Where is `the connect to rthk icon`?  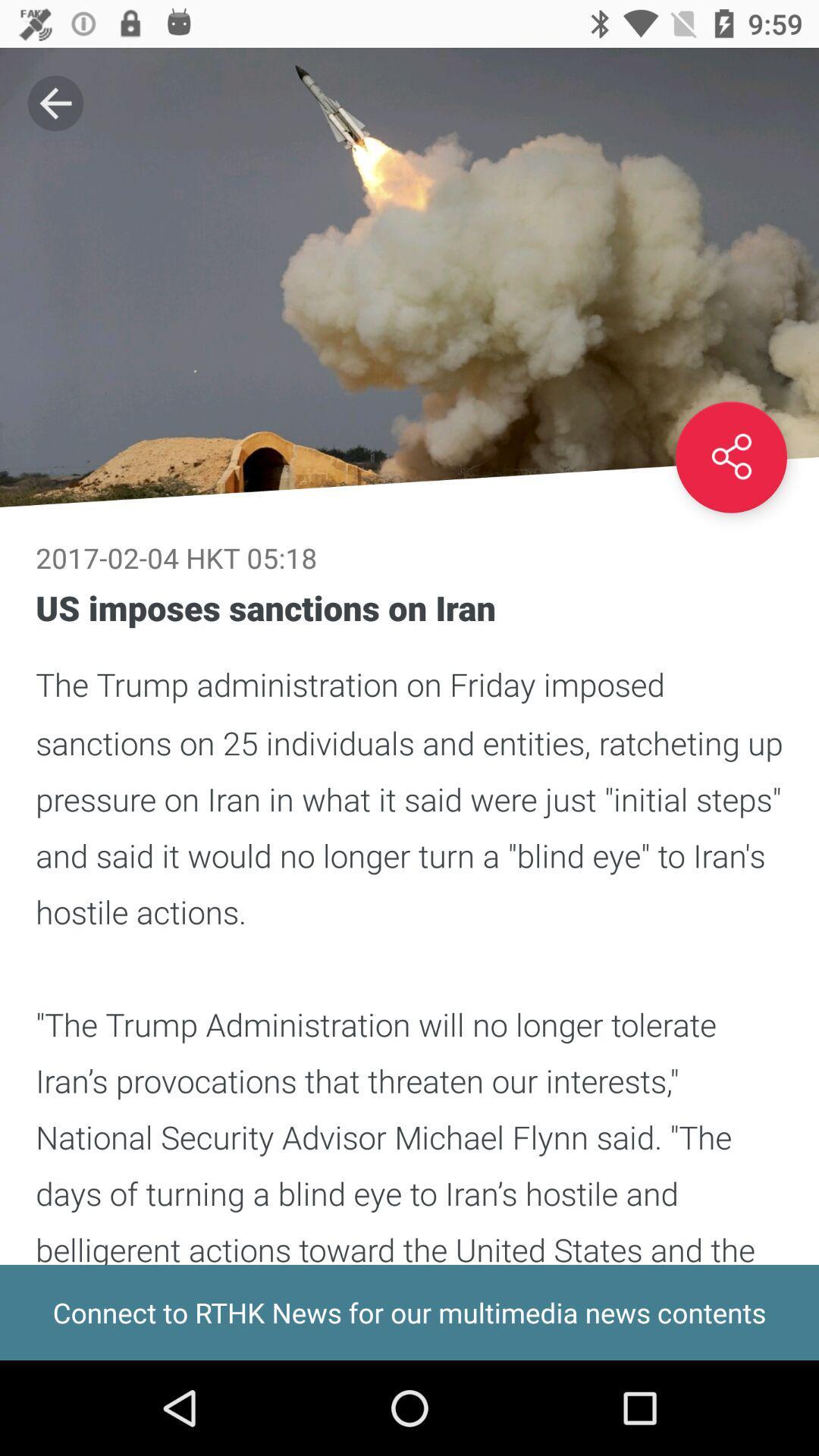 the connect to rthk icon is located at coordinates (409, 1312).